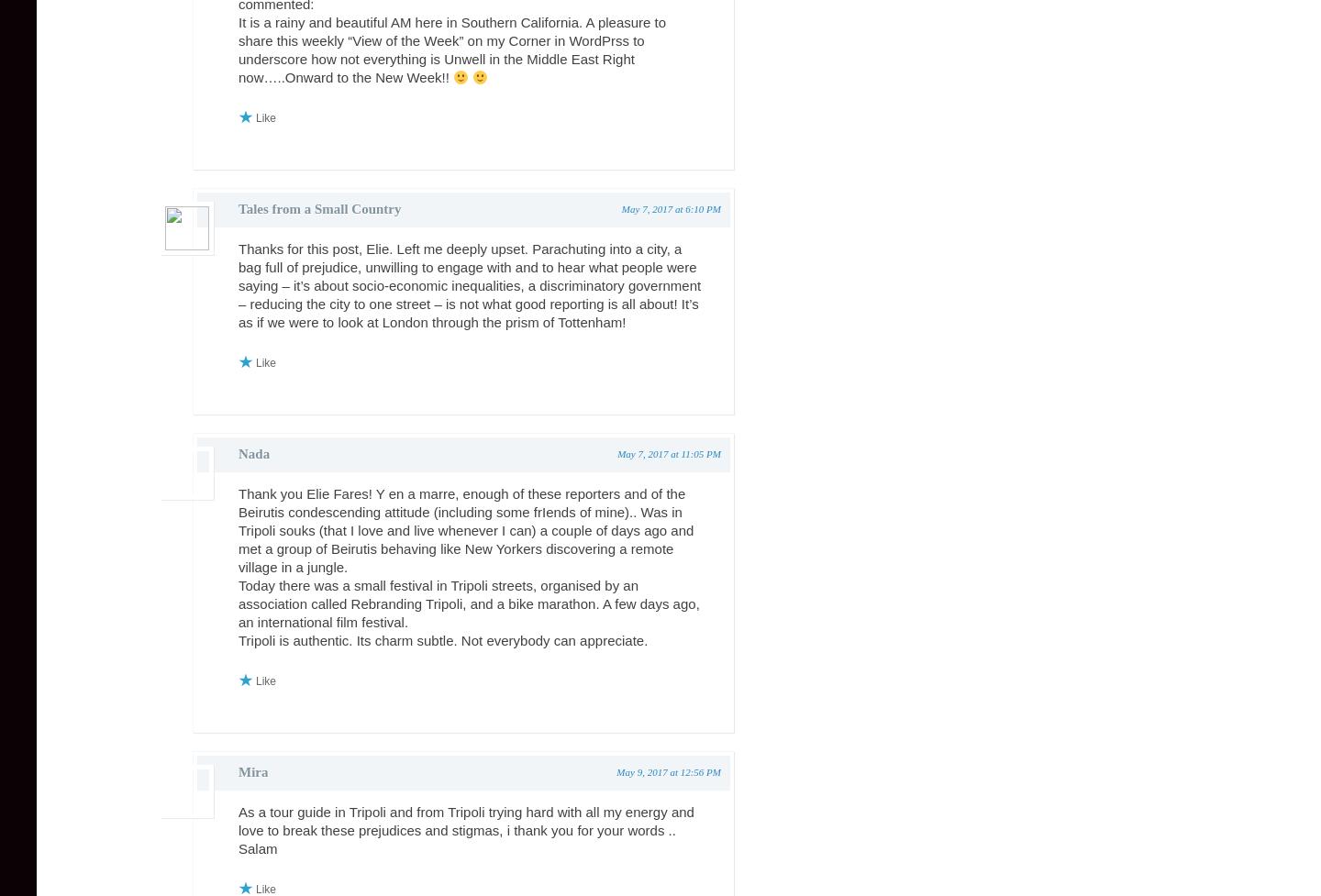 This screenshot has width=1321, height=896. What do you see at coordinates (465, 529) in the screenshot?
I see `'Thank you Elie Fares! Y en a marre, enough of these reporters and of the Beirutis condescending attitude (including some frIends of mine).. Was in Tripoli souks (that I love and live whenever I can) a couple of days ago and met a group of Beirutis behaving like New Yorkers discovering a remote village in a jungle.'` at bounding box center [465, 529].